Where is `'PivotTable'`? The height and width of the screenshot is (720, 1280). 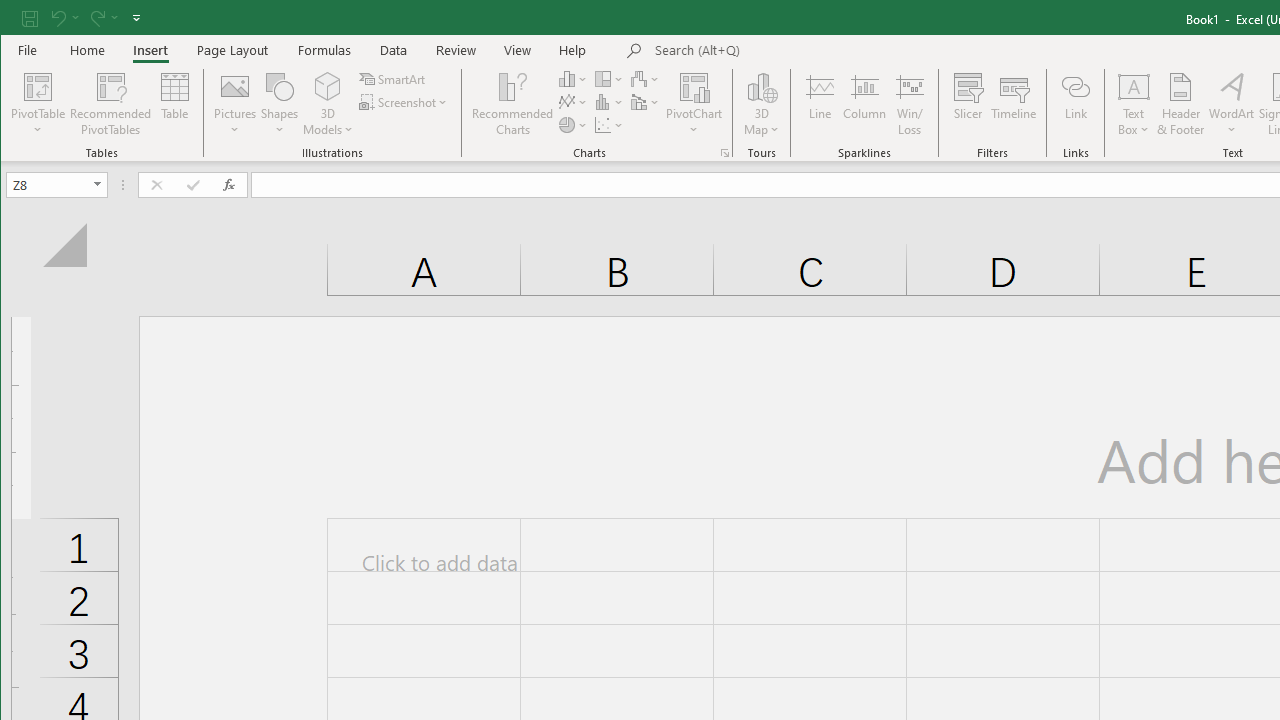 'PivotTable' is located at coordinates (38, 85).